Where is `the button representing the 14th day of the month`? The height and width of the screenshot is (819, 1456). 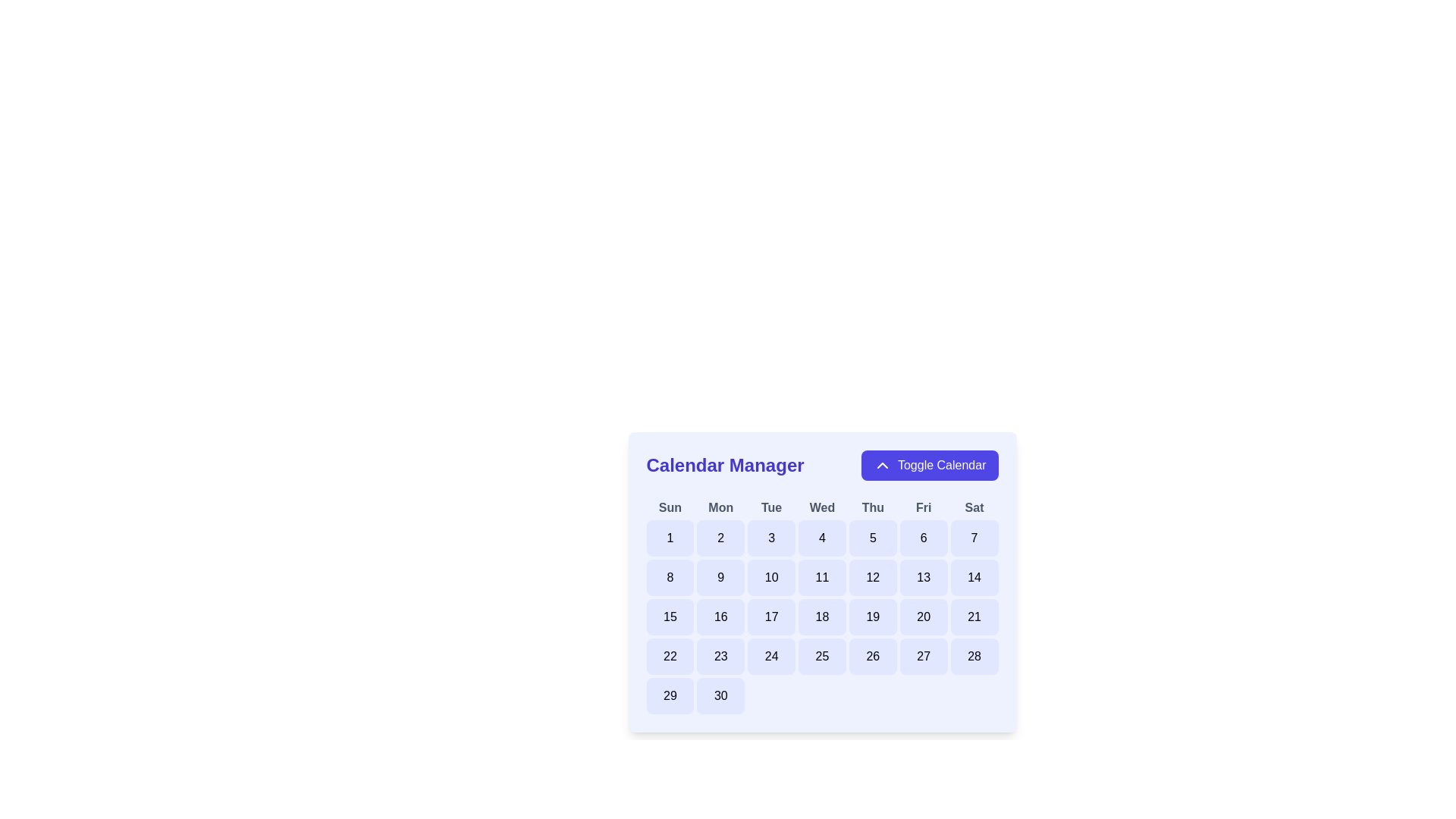
the button representing the 14th day of the month is located at coordinates (974, 578).